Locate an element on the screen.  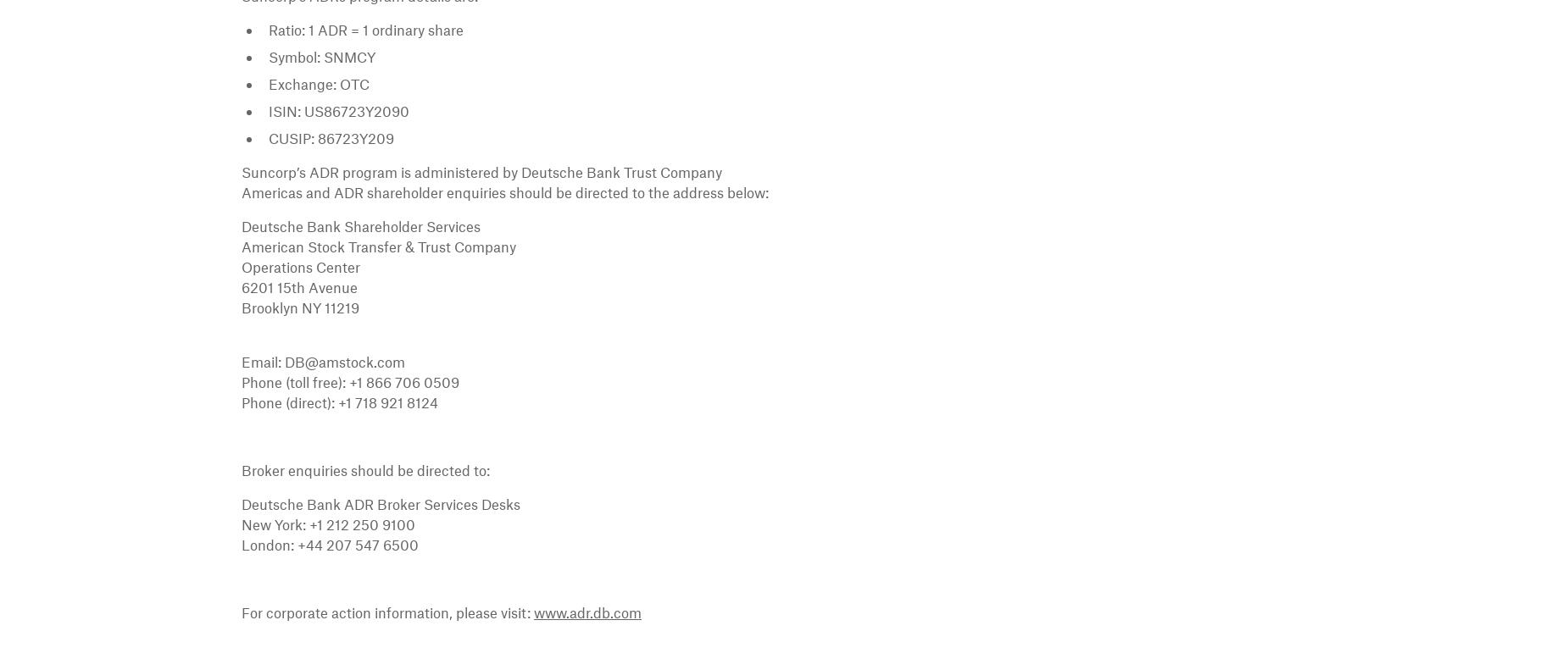
'6201 15th Avenue' is located at coordinates (298, 287).